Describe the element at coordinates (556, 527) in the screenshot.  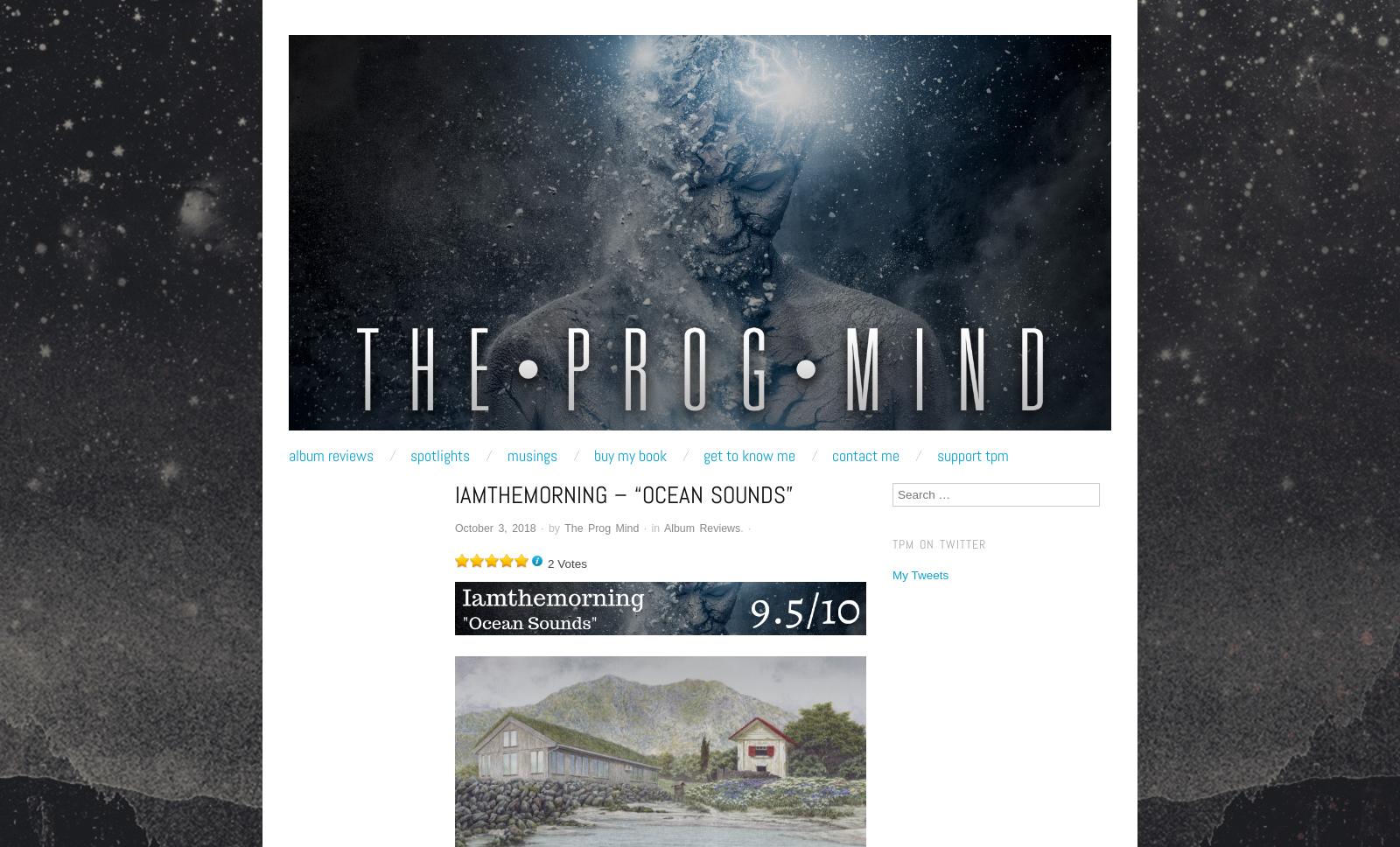
I see `'by'` at that location.